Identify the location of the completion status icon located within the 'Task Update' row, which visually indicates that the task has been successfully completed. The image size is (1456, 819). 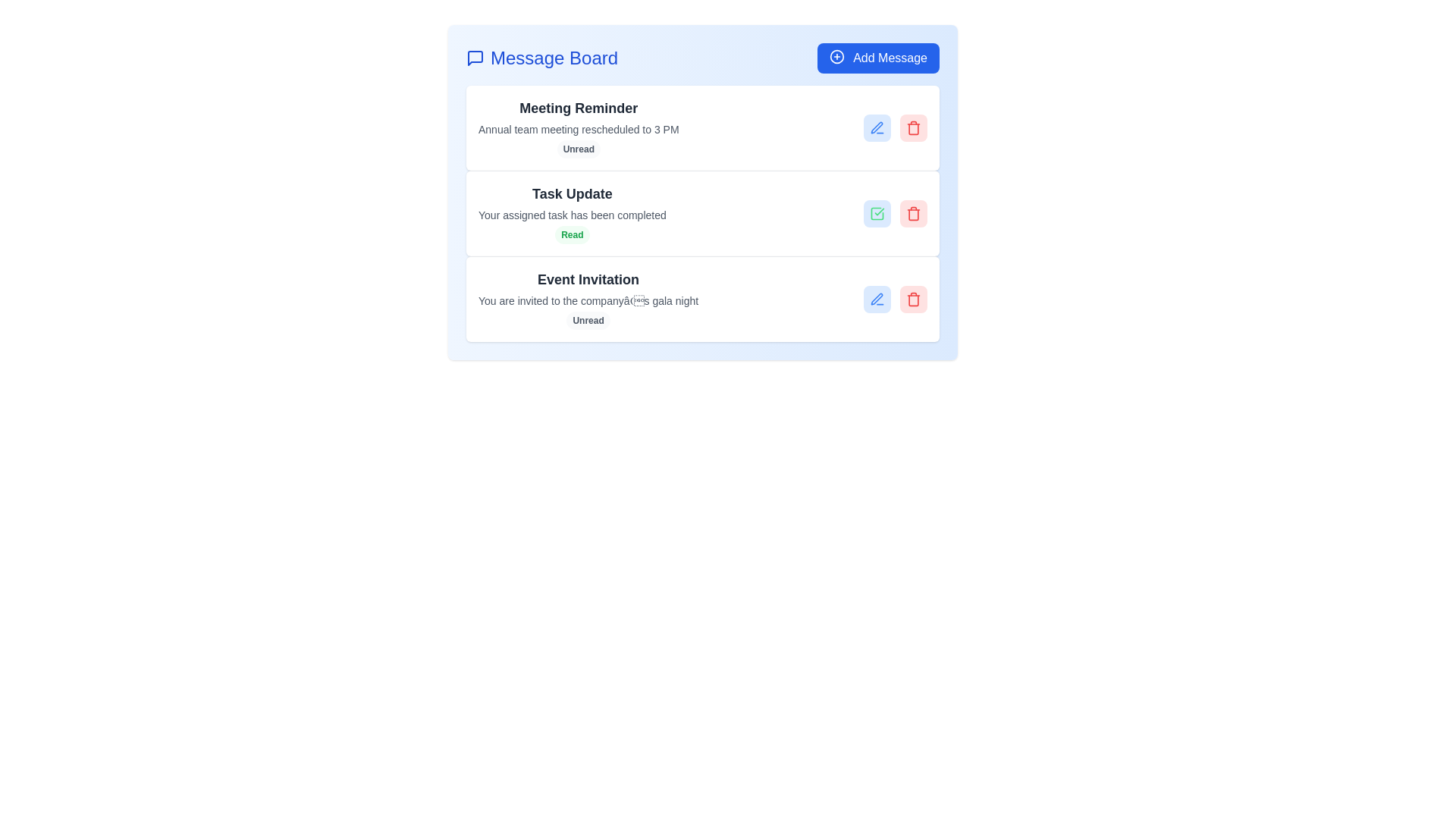
(877, 213).